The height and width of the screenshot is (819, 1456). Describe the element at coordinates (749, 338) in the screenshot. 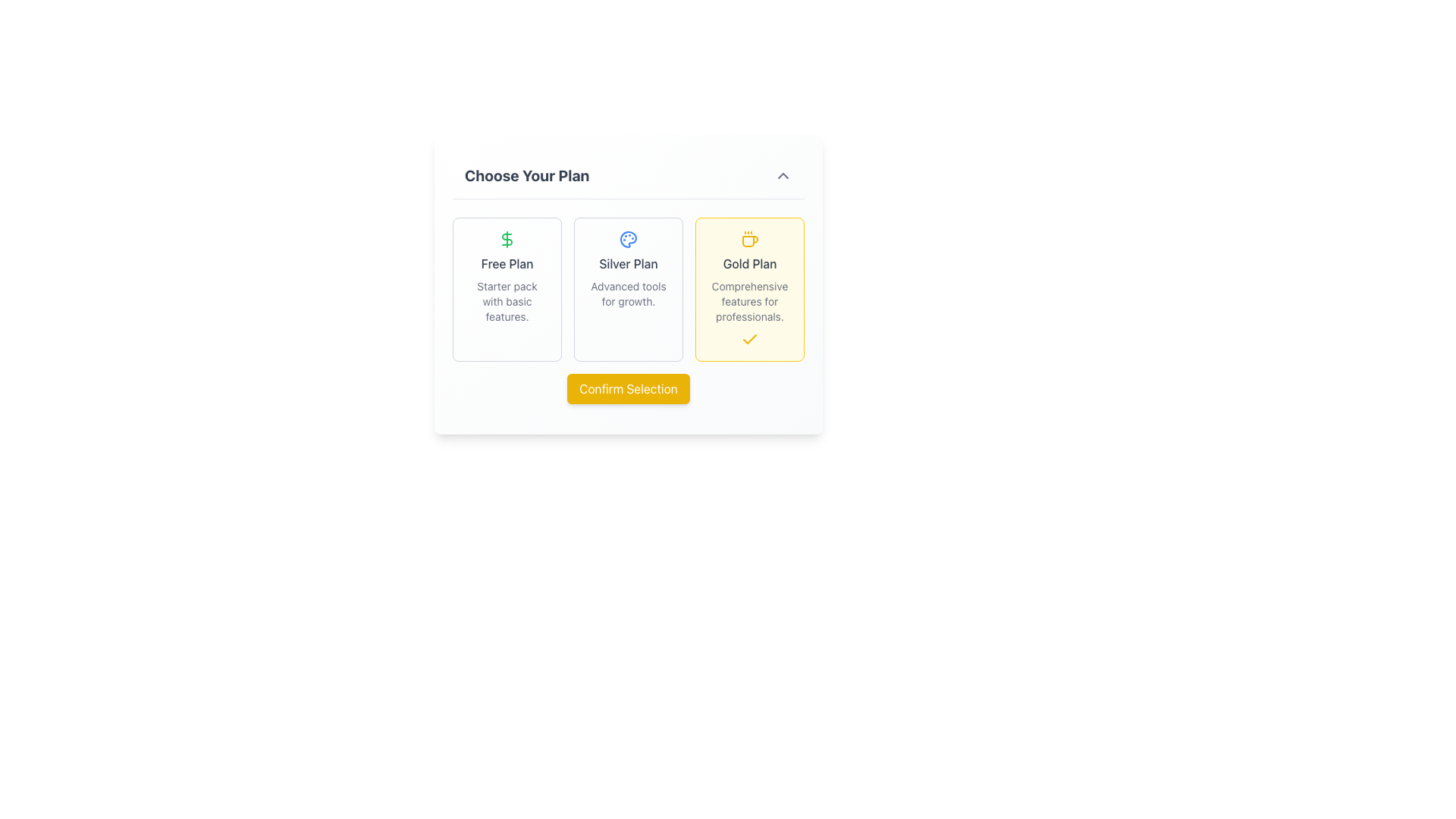

I see `the checkmark icon indicating selection or confirmation of the 'Gold Plan' option located at the bottom of the 'Gold Plan' card` at that location.